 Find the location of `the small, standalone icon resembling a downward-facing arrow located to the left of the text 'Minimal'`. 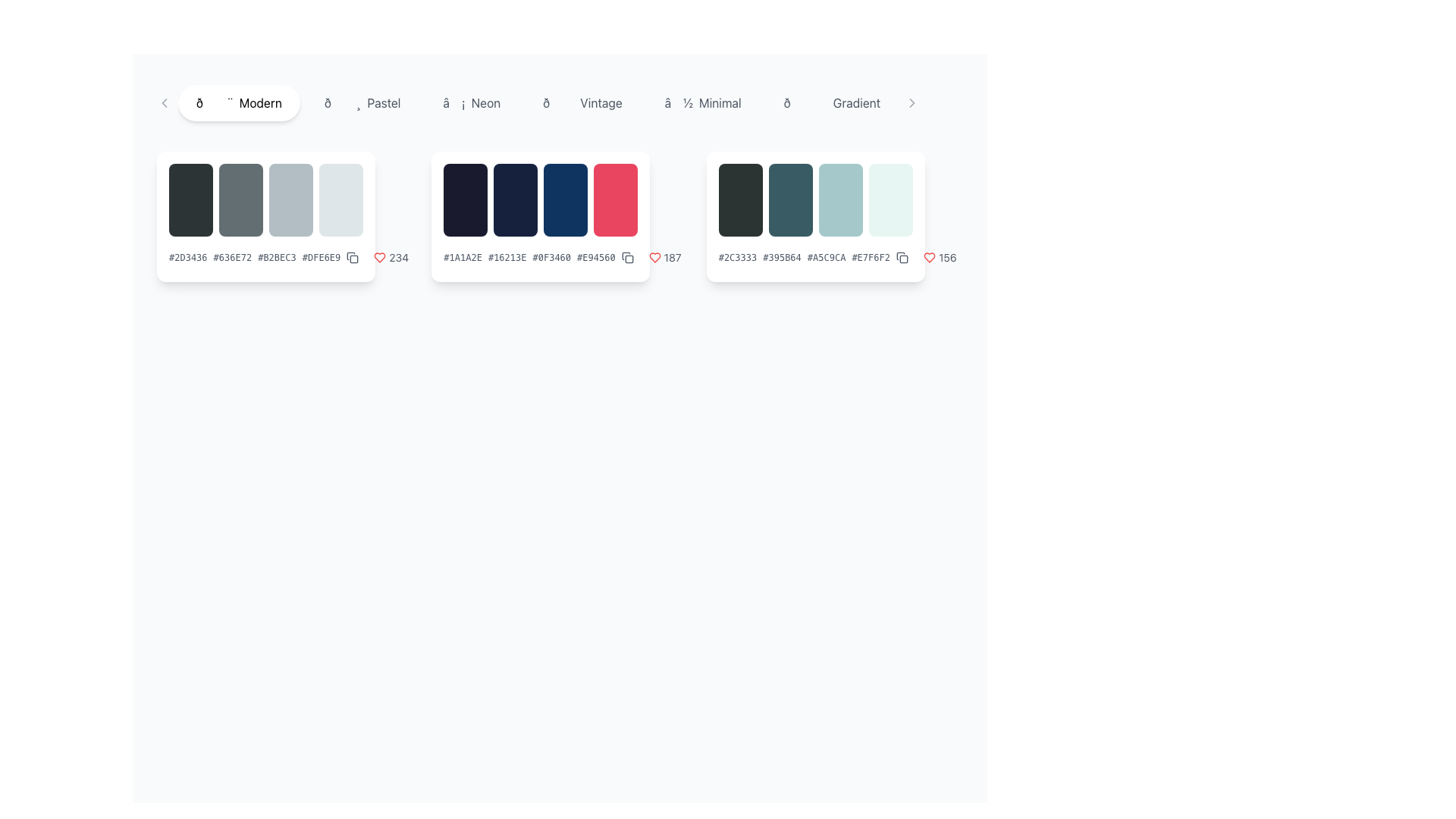

the small, standalone icon resembling a downward-facing arrow located to the left of the text 'Minimal' is located at coordinates (678, 102).